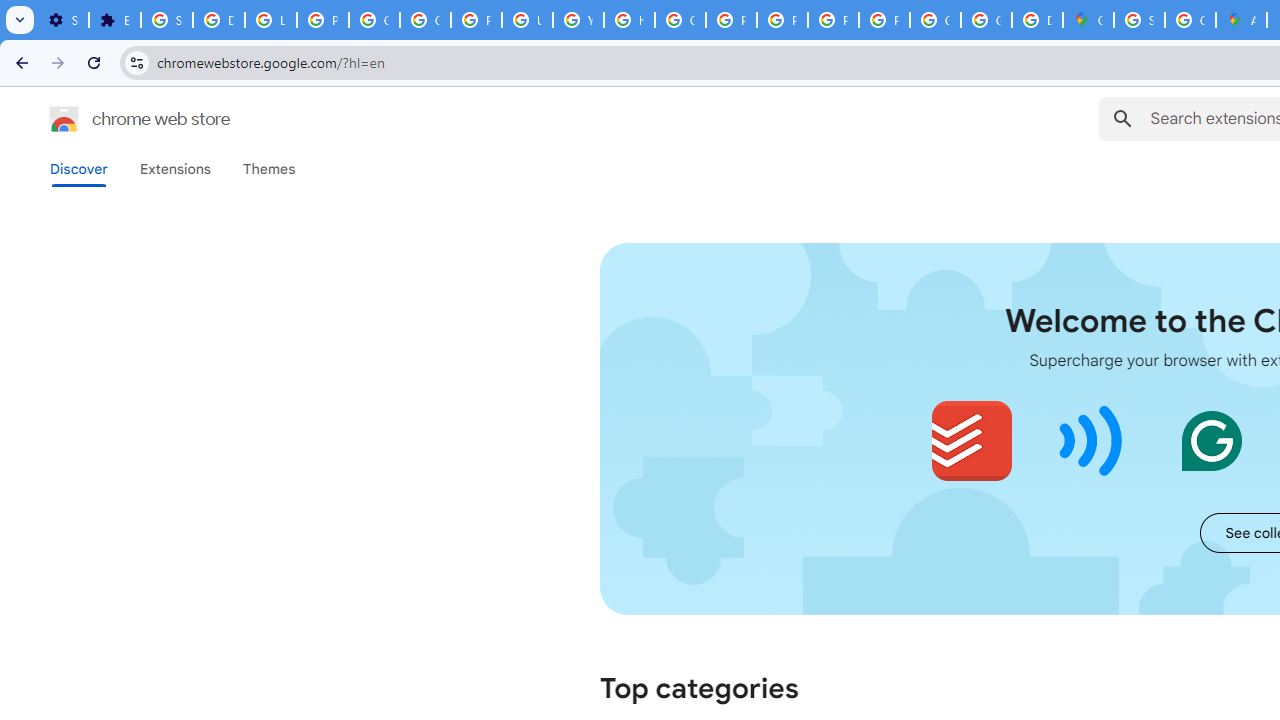  I want to click on 'Grammarly: AI Writing and Grammar Checker App', so click(1210, 440).